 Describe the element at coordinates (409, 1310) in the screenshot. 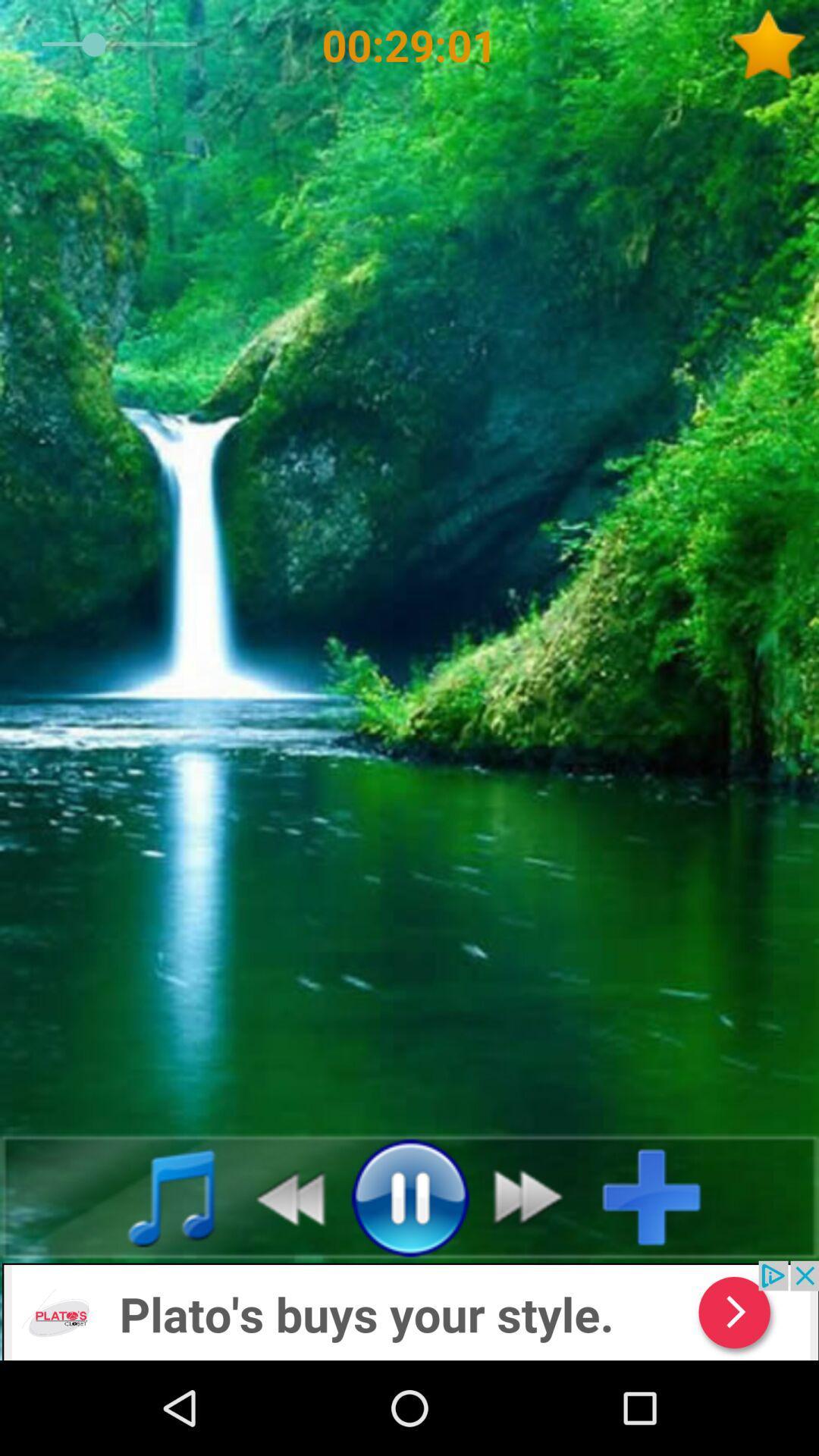

I see `advertisement bar` at that location.